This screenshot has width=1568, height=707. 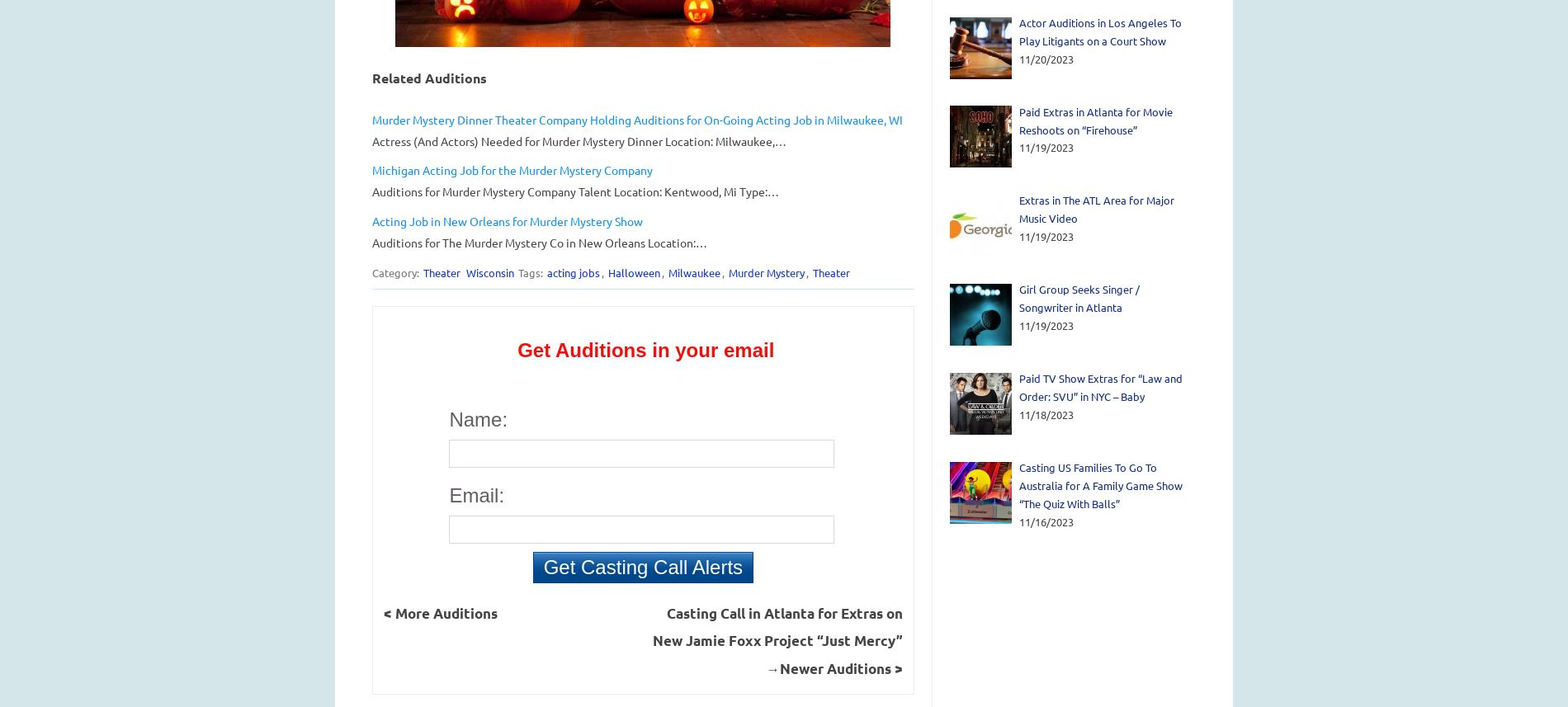 I want to click on '11/18/2023', so click(x=1018, y=414).